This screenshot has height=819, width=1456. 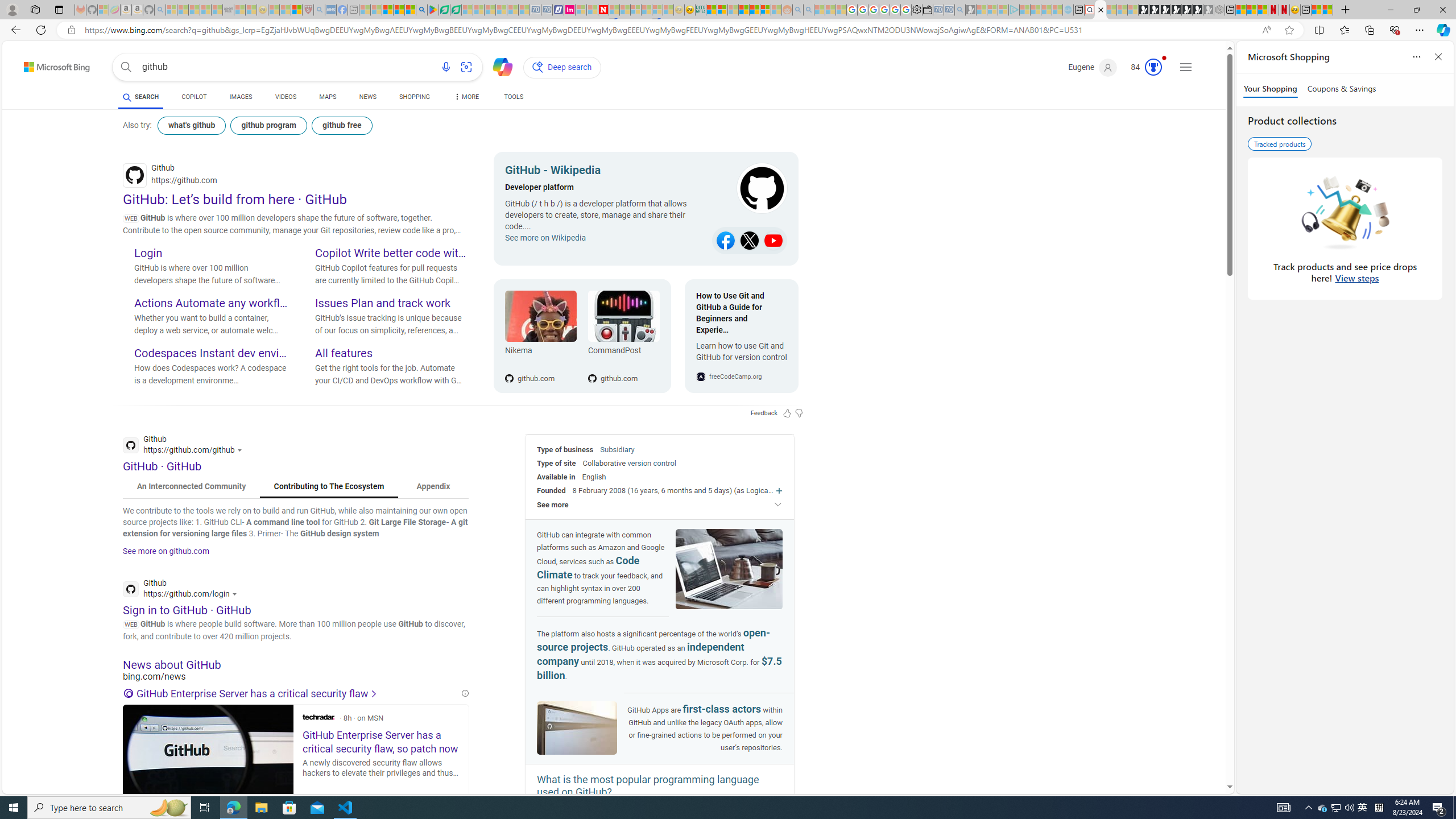 What do you see at coordinates (540, 351) in the screenshot?
I see `'Nikema'` at bounding box center [540, 351].